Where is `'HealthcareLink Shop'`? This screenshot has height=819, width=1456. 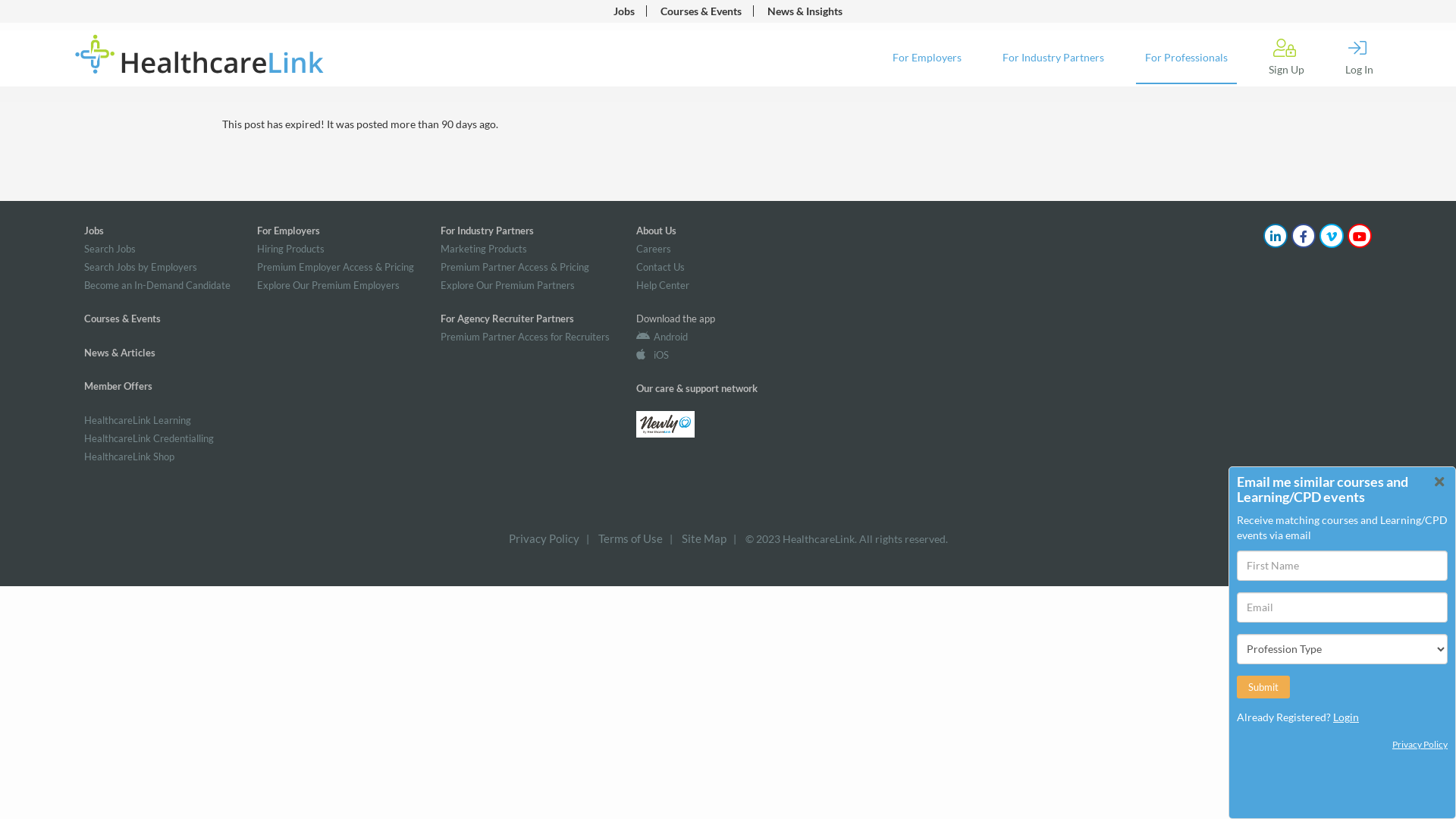
'HealthcareLink Shop' is located at coordinates (83, 455).